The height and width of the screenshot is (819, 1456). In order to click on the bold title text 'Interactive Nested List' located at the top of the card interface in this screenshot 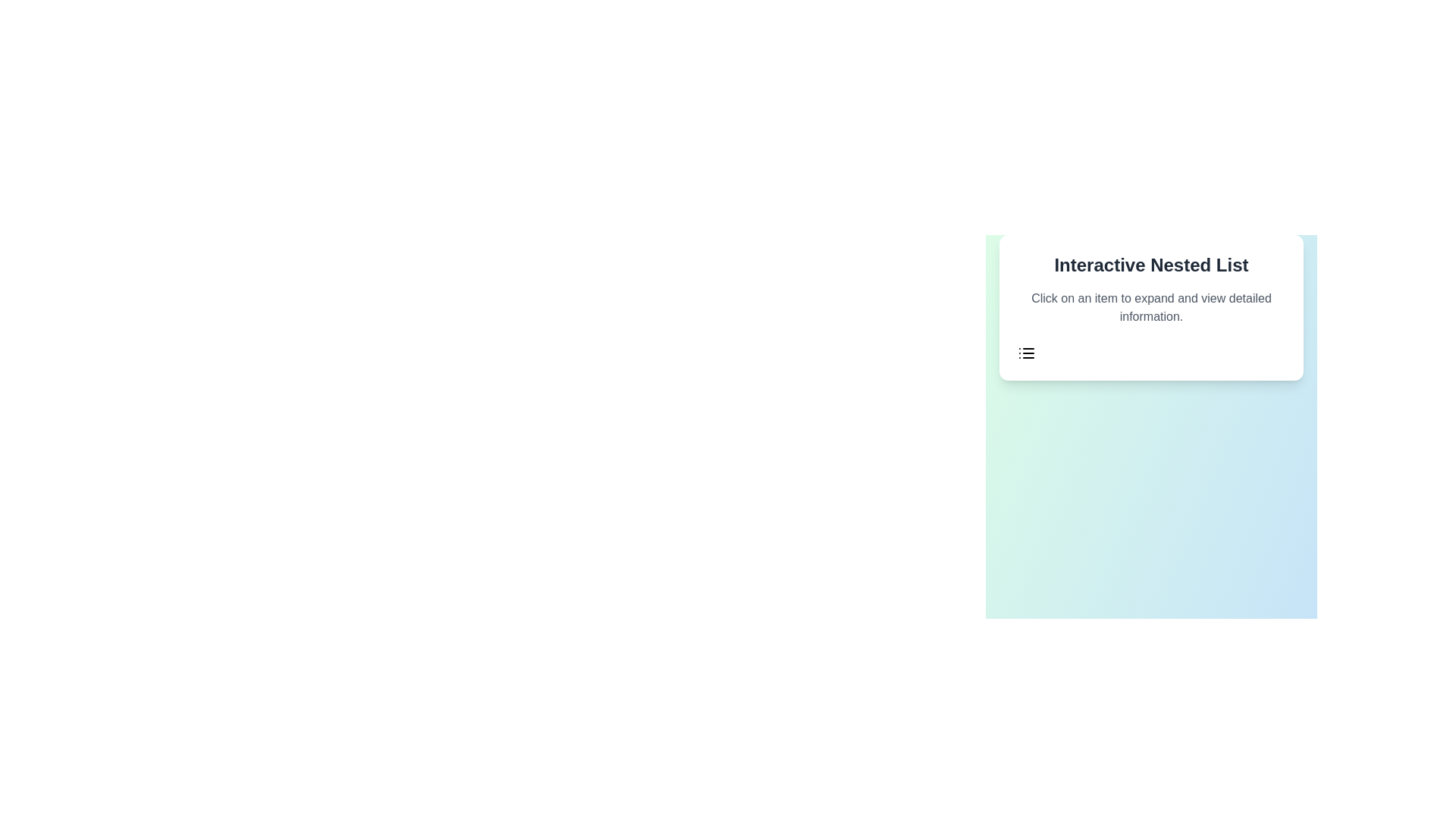, I will do `click(1151, 265)`.